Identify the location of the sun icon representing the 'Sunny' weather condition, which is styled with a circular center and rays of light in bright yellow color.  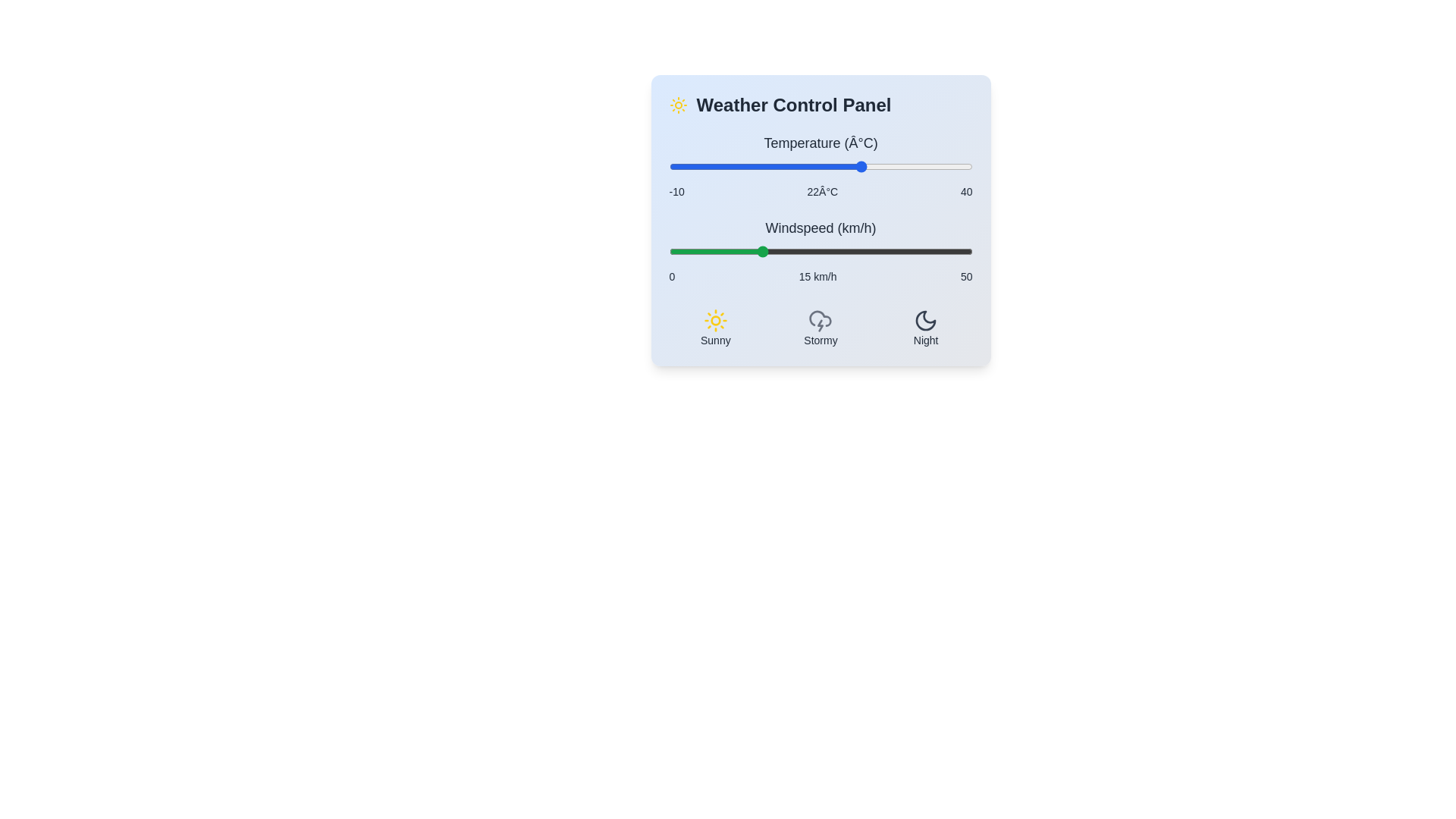
(714, 320).